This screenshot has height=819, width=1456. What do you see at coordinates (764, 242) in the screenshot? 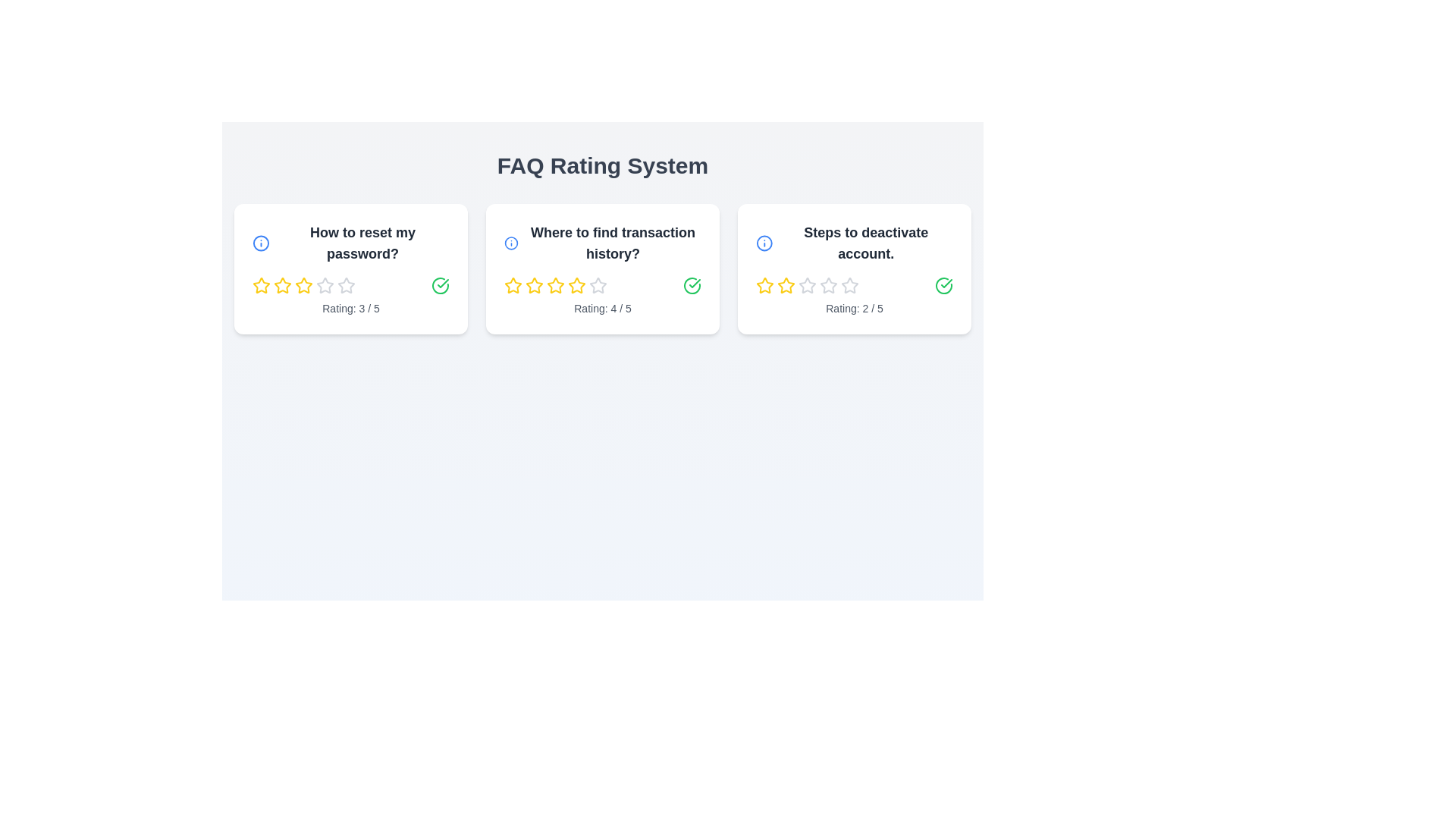
I see `the information icon of the FAQ card titled 'Steps to deactivate account.'` at bounding box center [764, 242].